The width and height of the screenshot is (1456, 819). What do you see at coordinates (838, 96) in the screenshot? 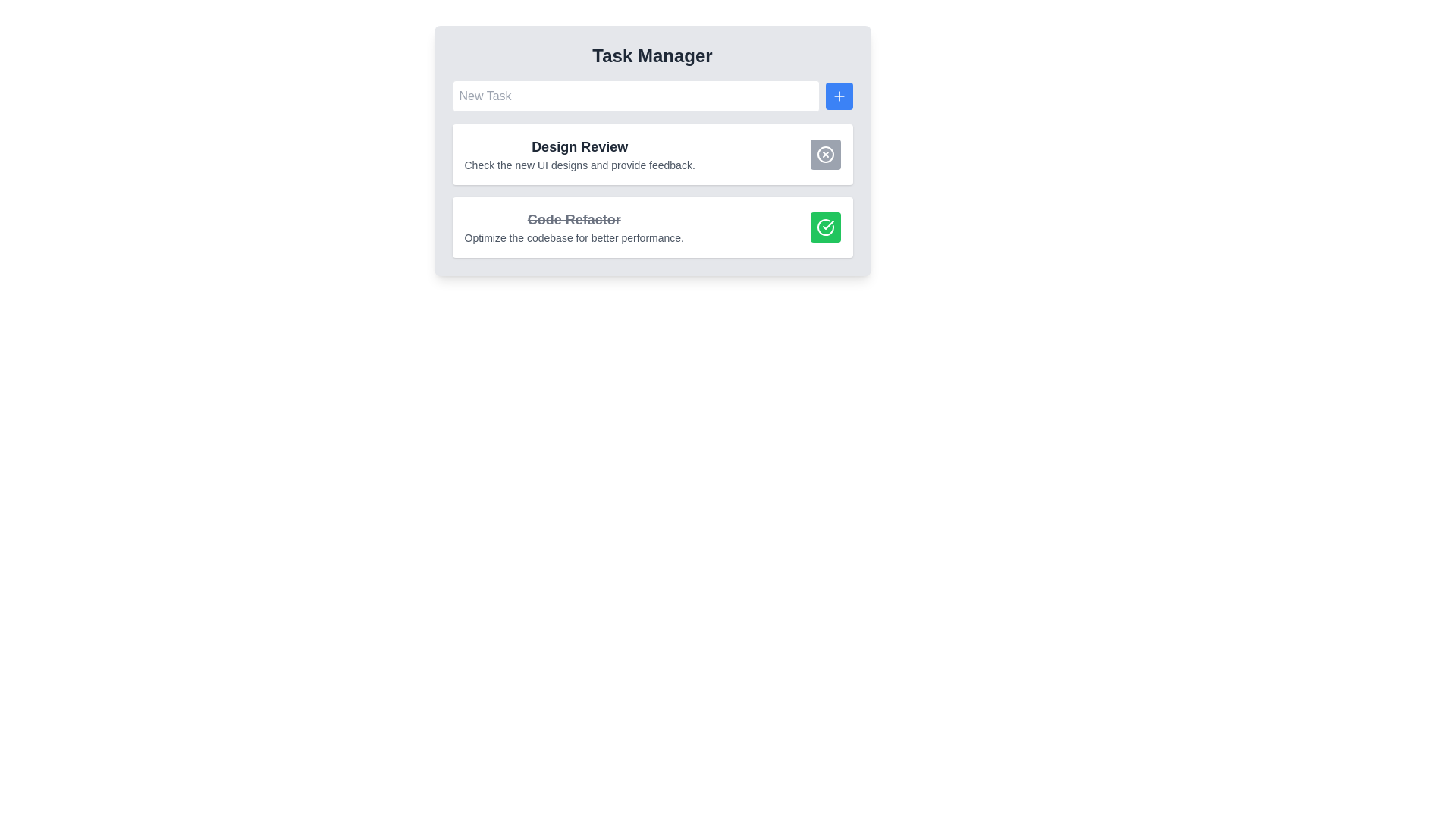
I see `the blue circular button containing the plus symbol SVG icon, which is located to the right of the 'New Task' input field` at bounding box center [838, 96].